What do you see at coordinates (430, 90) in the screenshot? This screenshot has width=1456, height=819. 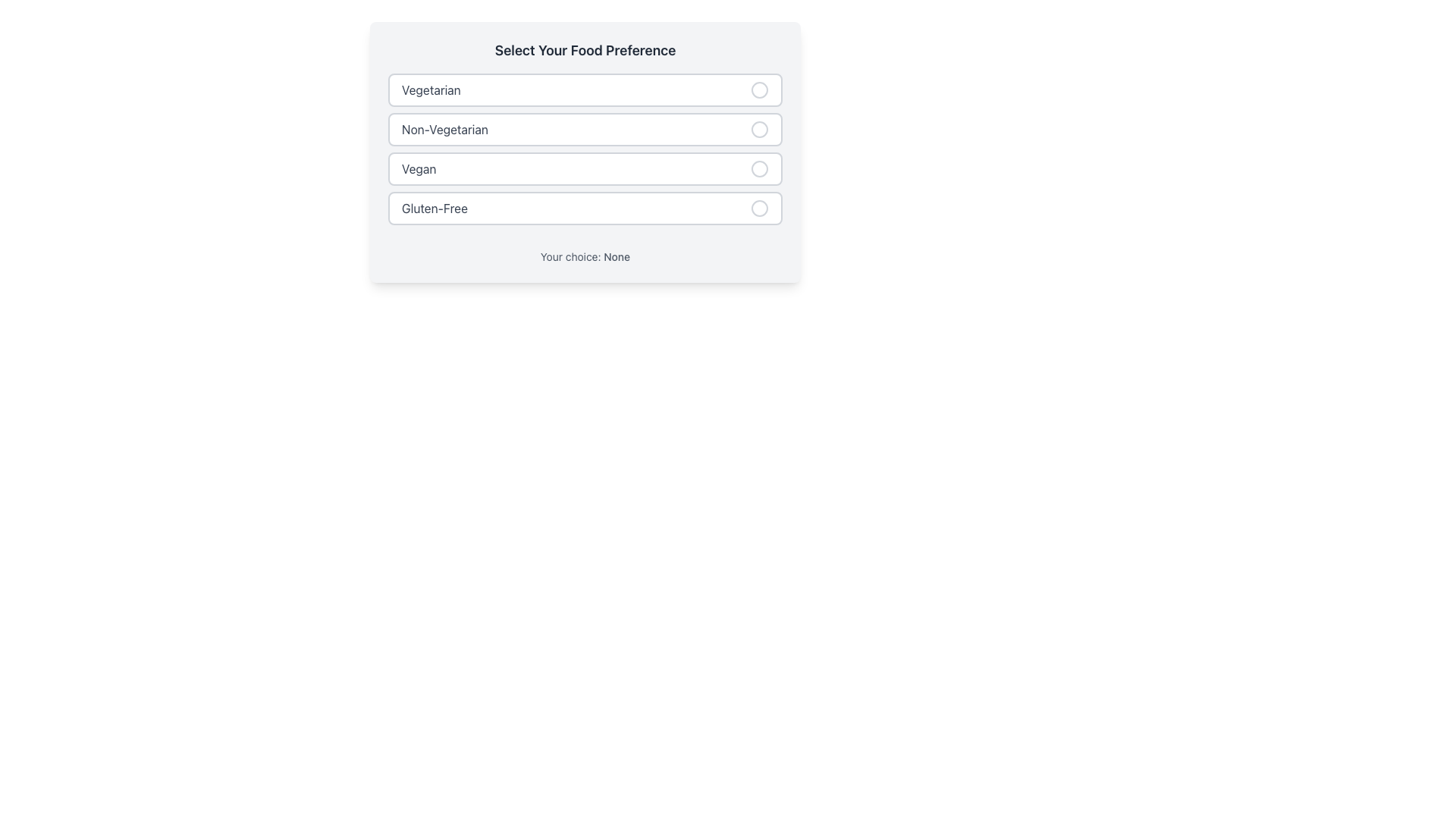 I see `the 'Vegetarian' label in the food preference selection list, which is the first selectable option in the vertical list` at bounding box center [430, 90].